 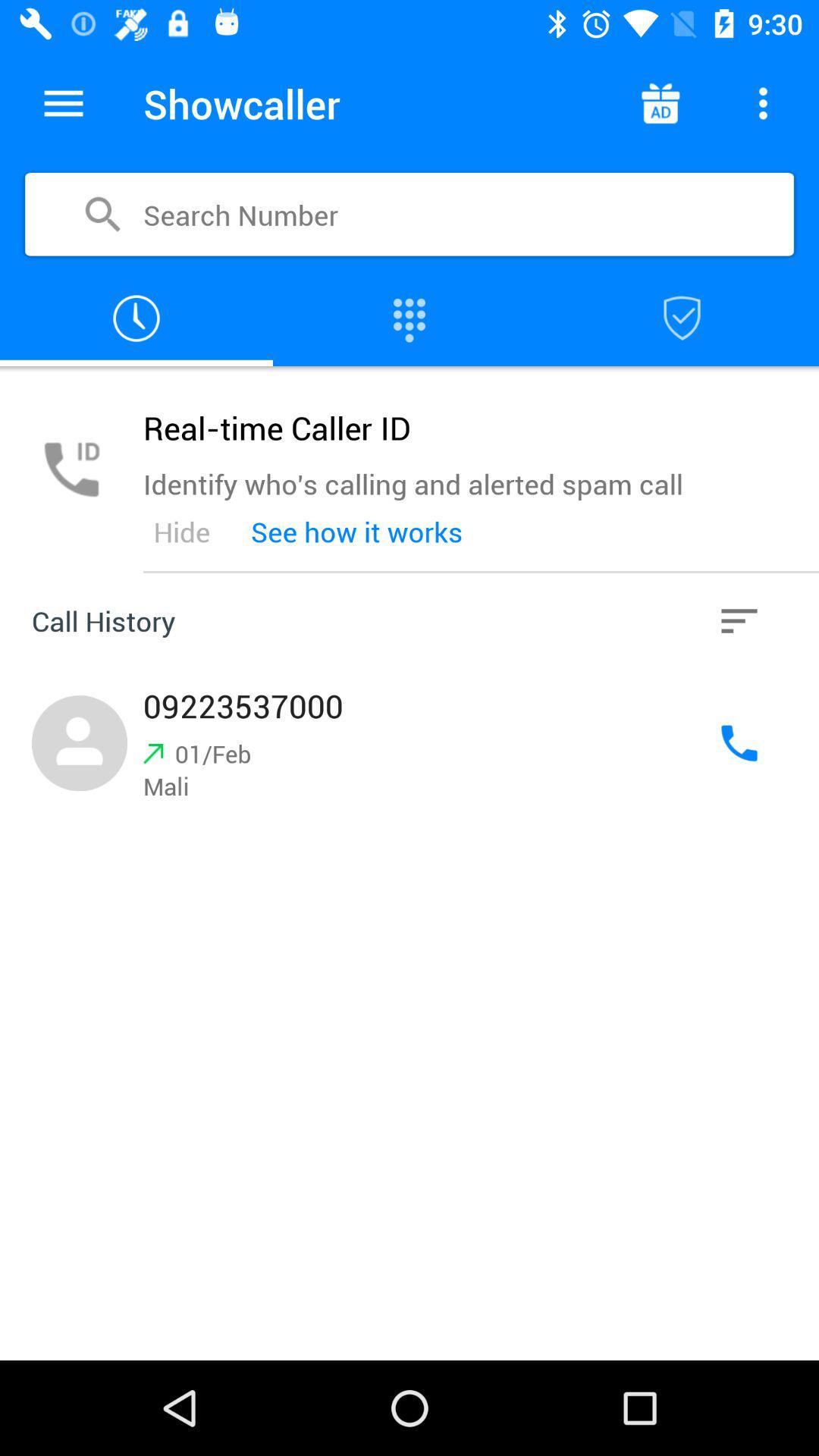 What do you see at coordinates (63, 102) in the screenshot?
I see `the menu icon` at bounding box center [63, 102].